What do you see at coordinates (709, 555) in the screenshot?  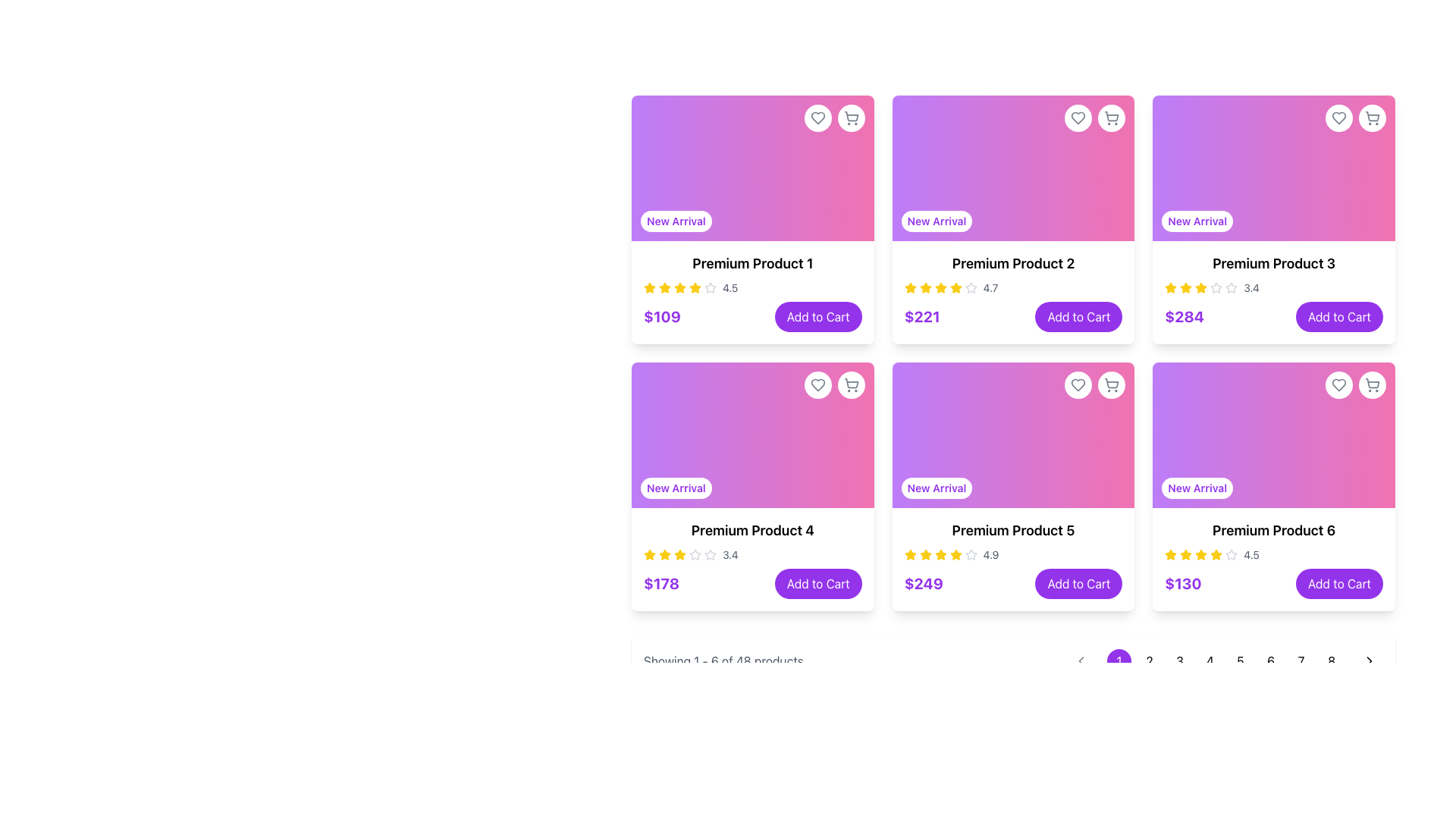 I see `the gray outlined star icon, which is the eighth star in a series of ten, representing a rating system for 'Premium Product 4'` at bounding box center [709, 555].